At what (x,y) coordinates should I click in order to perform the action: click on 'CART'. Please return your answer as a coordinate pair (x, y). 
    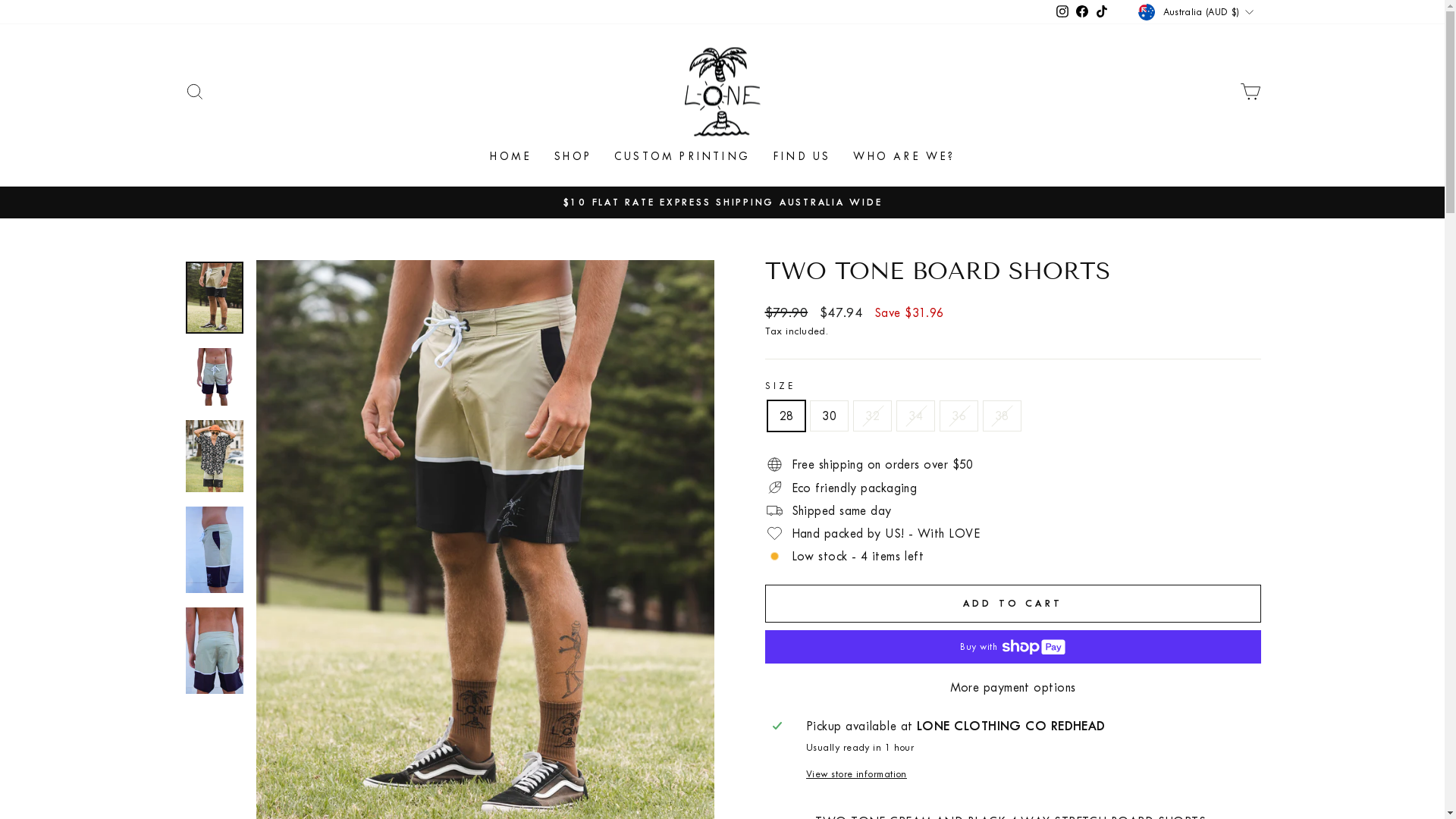
    Looking at the image, I should click on (1249, 91).